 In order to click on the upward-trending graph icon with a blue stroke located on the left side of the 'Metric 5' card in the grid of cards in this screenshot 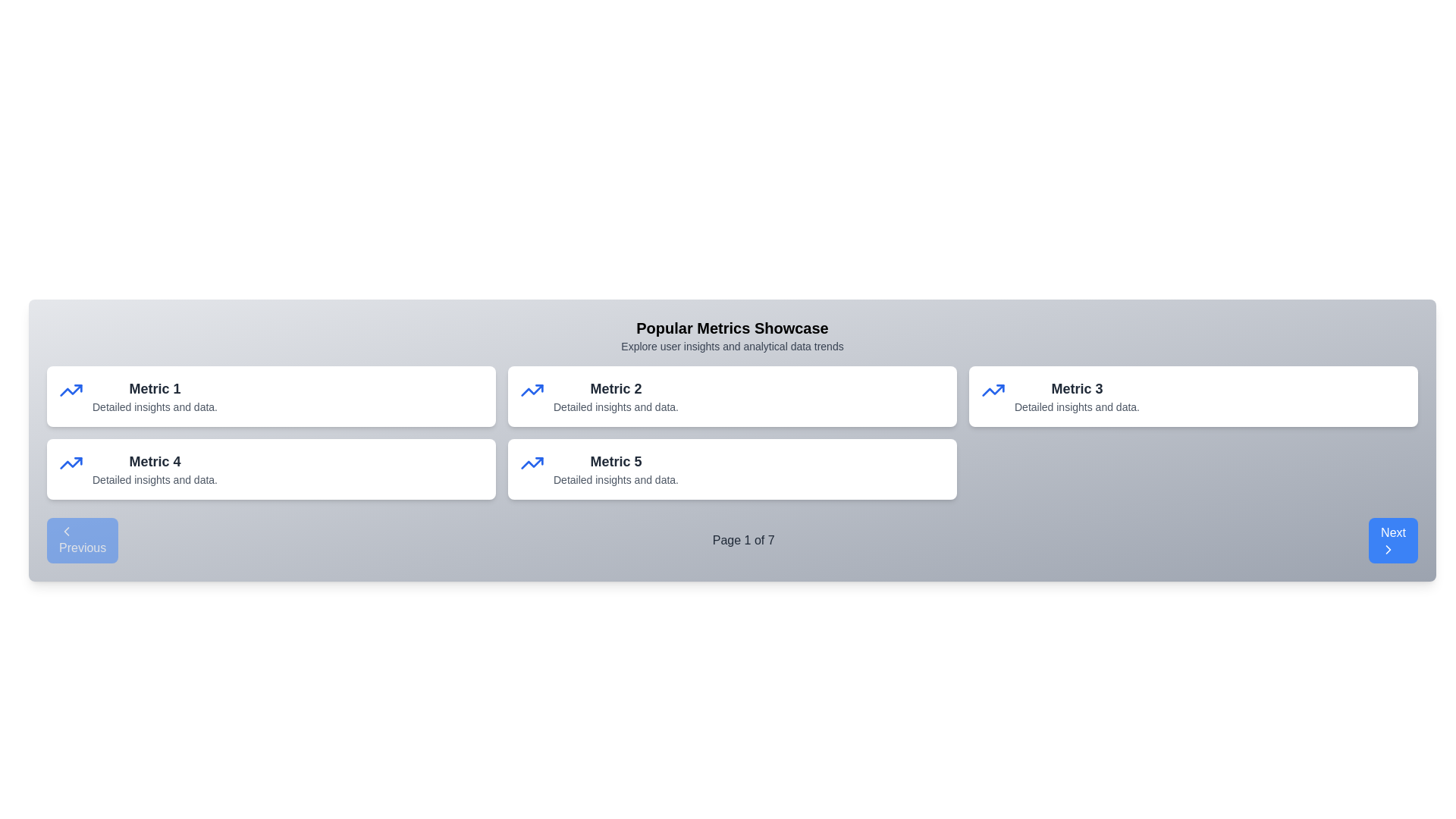, I will do `click(532, 462)`.